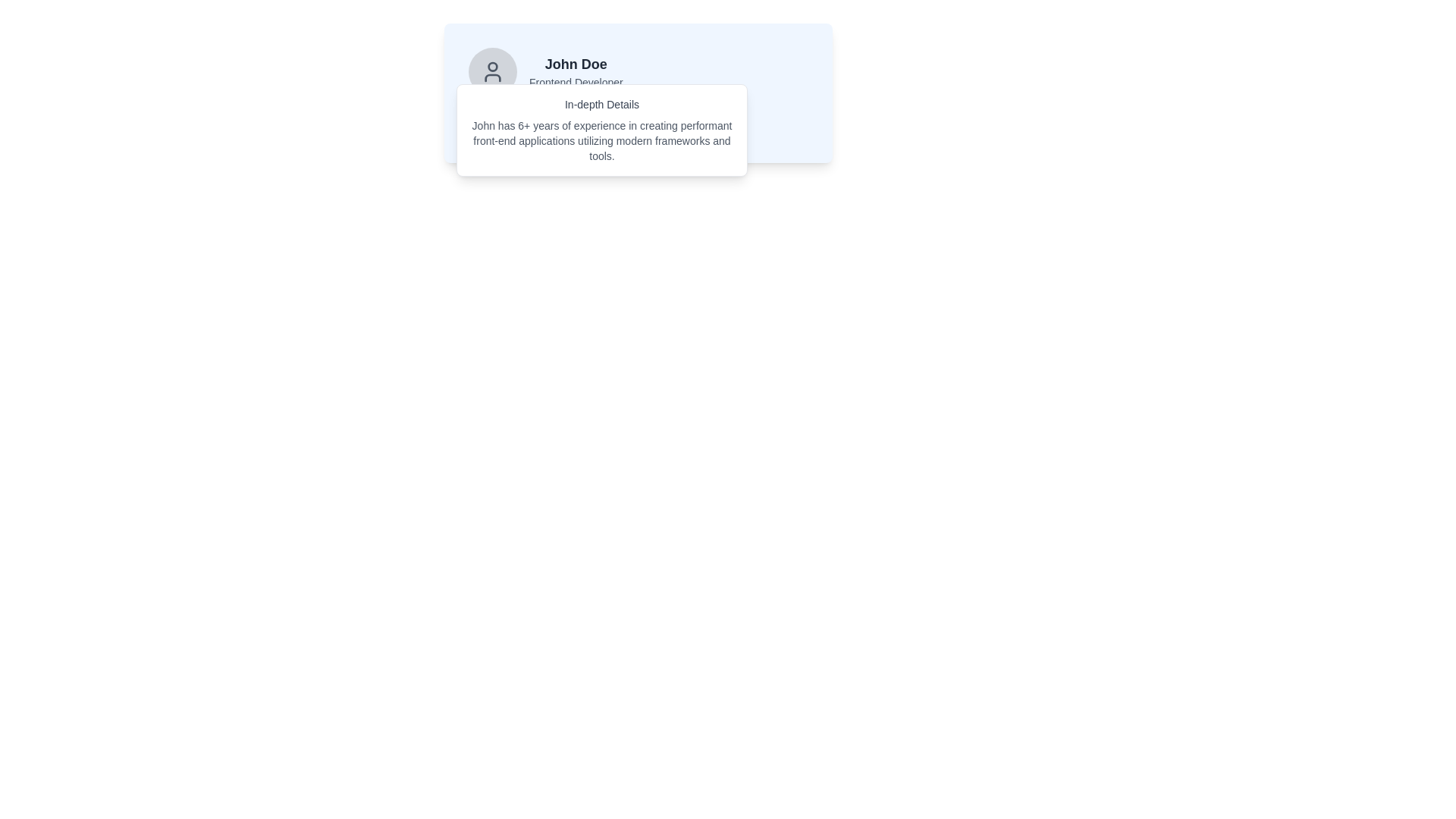 This screenshot has height=819, width=1456. What do you see at coordinates (575, 63) in the screenshot?
I see `the title Text Label of the profile card, which is centrally located at the top and serves as the main identifier for the user profile` at bounding box center [575, 63].